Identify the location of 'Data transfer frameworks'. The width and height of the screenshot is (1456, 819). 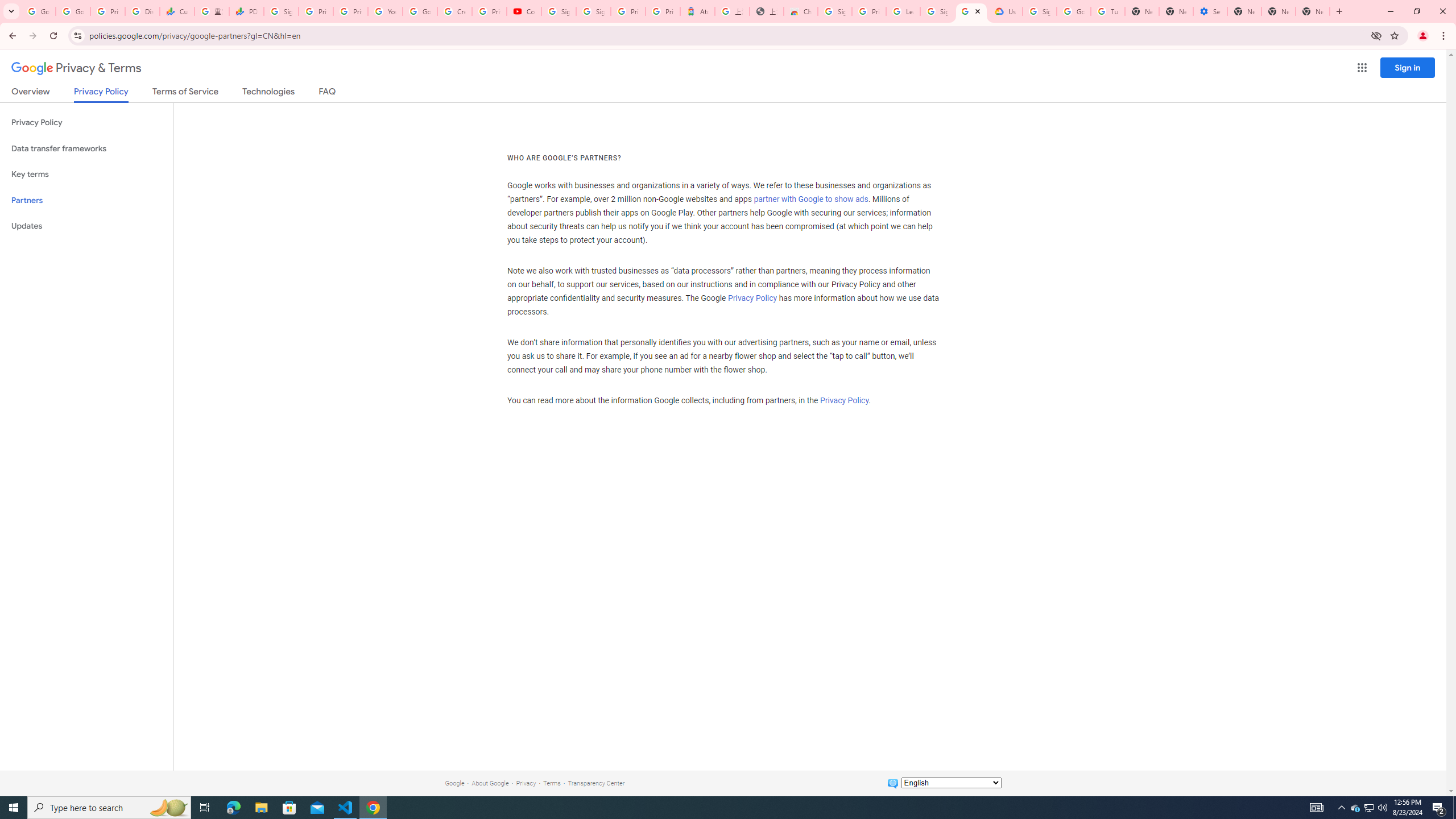
(86, 148).